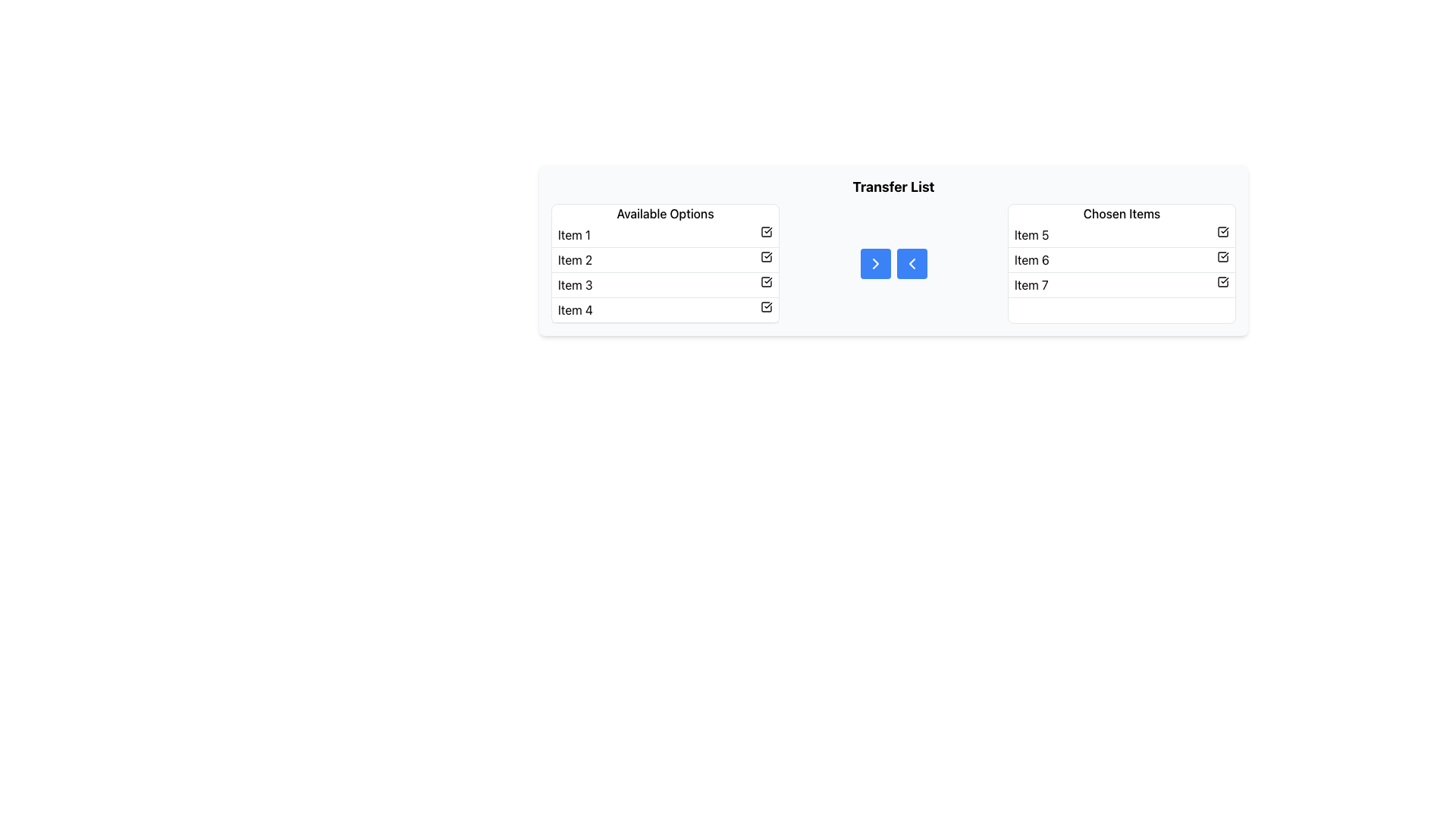 The width and height of the screenshot is (1456, 819). What do you see at coordinates (665, 309) in the screenshot?
I see `the checkbox in the fourth list item labeled 'Item 4'` at bounding box center [665, 309].